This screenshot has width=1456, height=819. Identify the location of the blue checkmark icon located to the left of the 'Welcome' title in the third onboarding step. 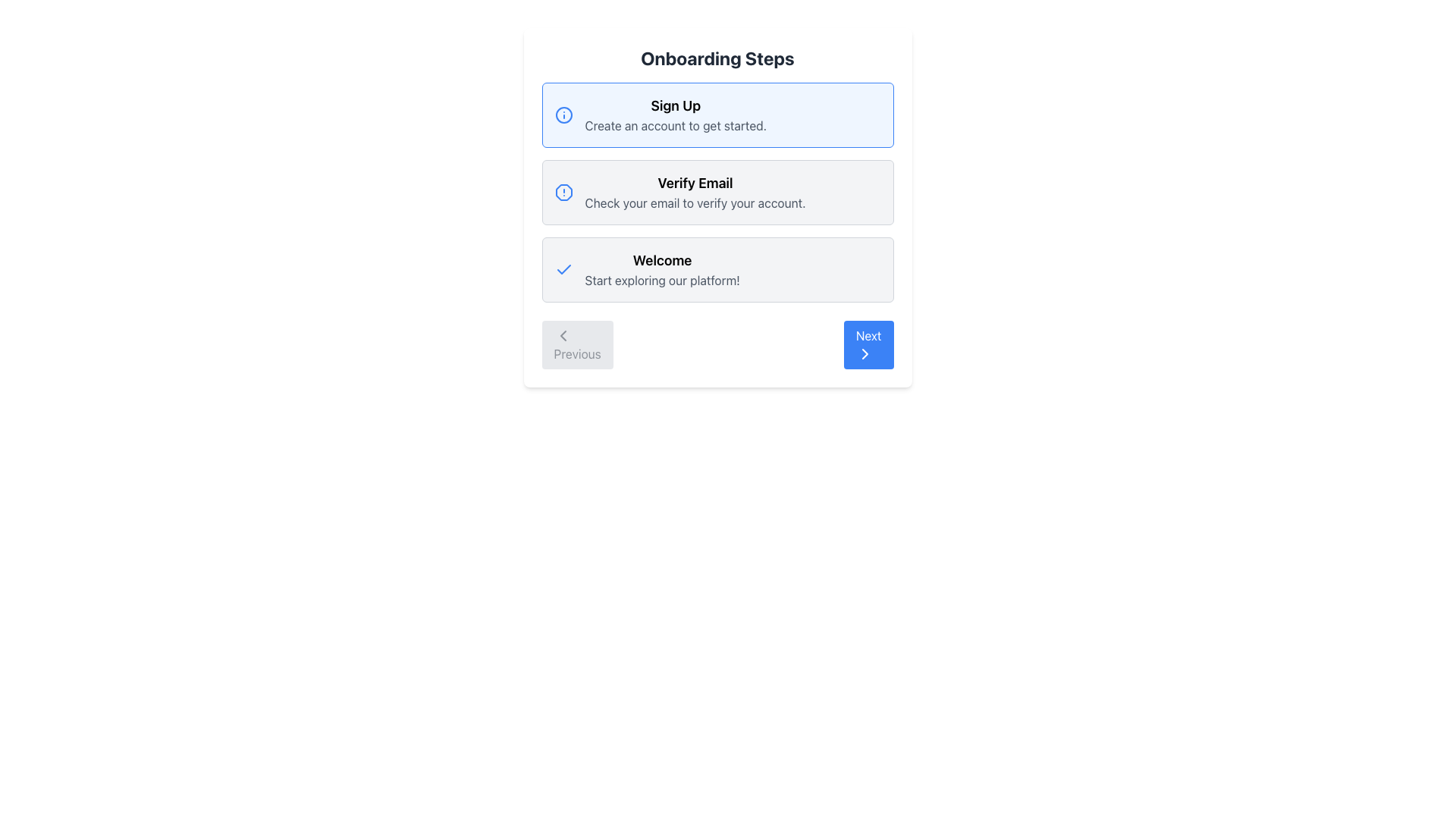
(563, 268).